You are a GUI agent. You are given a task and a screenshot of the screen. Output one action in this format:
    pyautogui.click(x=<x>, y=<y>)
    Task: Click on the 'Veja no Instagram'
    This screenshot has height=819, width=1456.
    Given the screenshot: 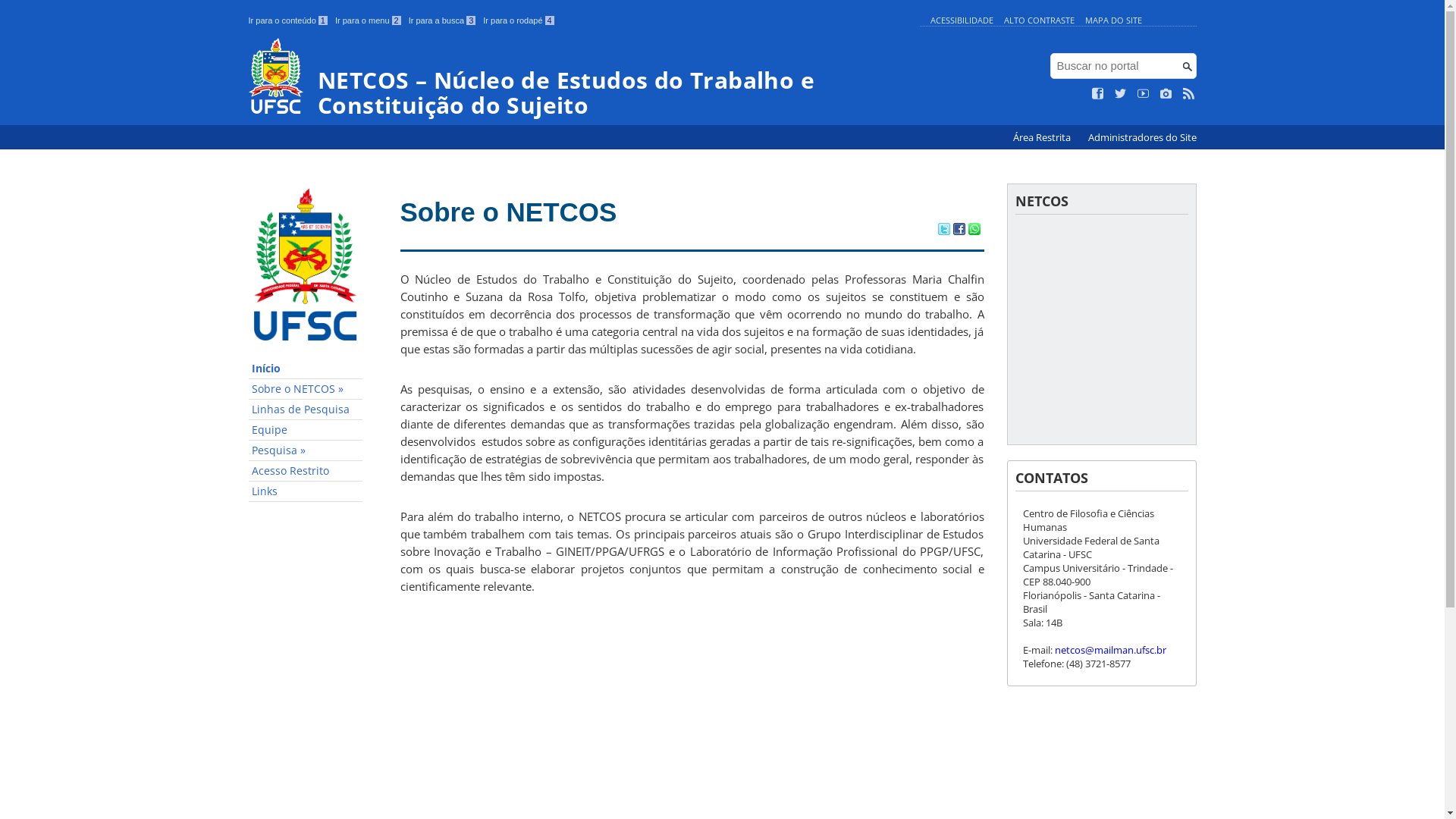 What is the action you would take?
    pyautogui.click(x=1165, y=93)
    